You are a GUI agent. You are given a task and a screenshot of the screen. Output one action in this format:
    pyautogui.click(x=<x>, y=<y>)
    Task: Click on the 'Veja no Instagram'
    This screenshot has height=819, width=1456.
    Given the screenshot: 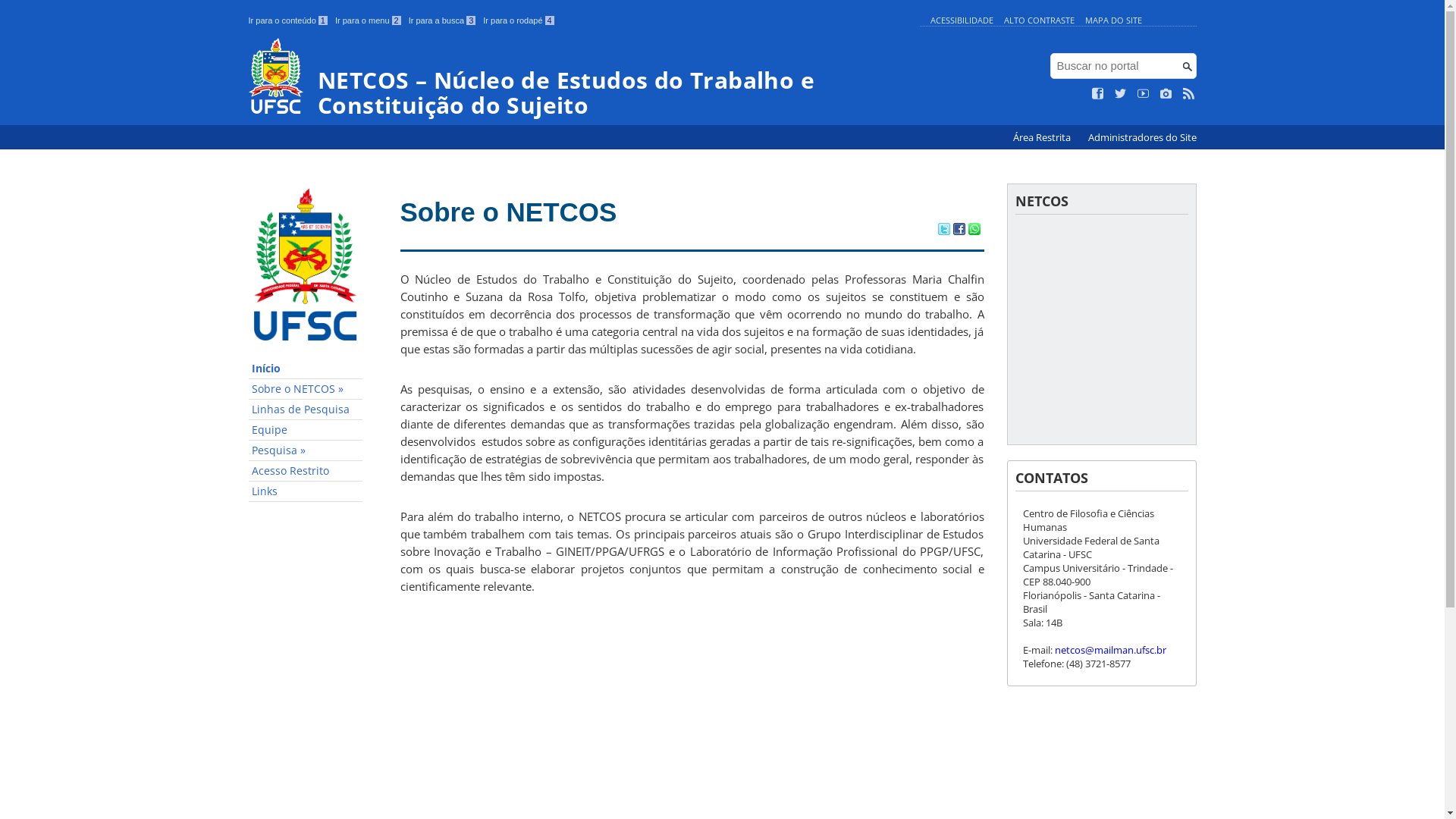 What is the action you would take?
    pyautogui.click(x=1165, y=93)
    